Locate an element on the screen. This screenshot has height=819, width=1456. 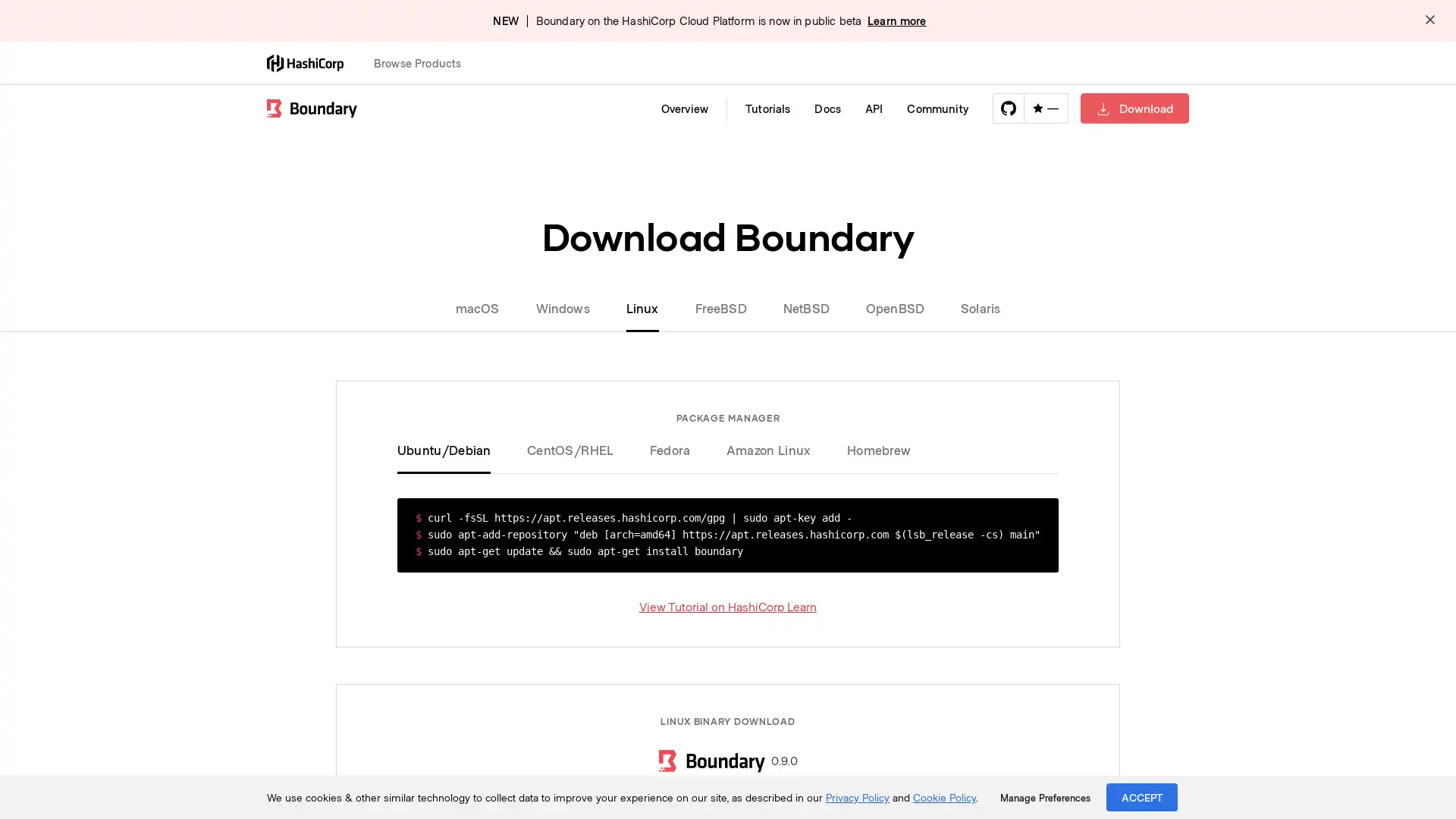
Fedora is located at coordinates (669, 449).